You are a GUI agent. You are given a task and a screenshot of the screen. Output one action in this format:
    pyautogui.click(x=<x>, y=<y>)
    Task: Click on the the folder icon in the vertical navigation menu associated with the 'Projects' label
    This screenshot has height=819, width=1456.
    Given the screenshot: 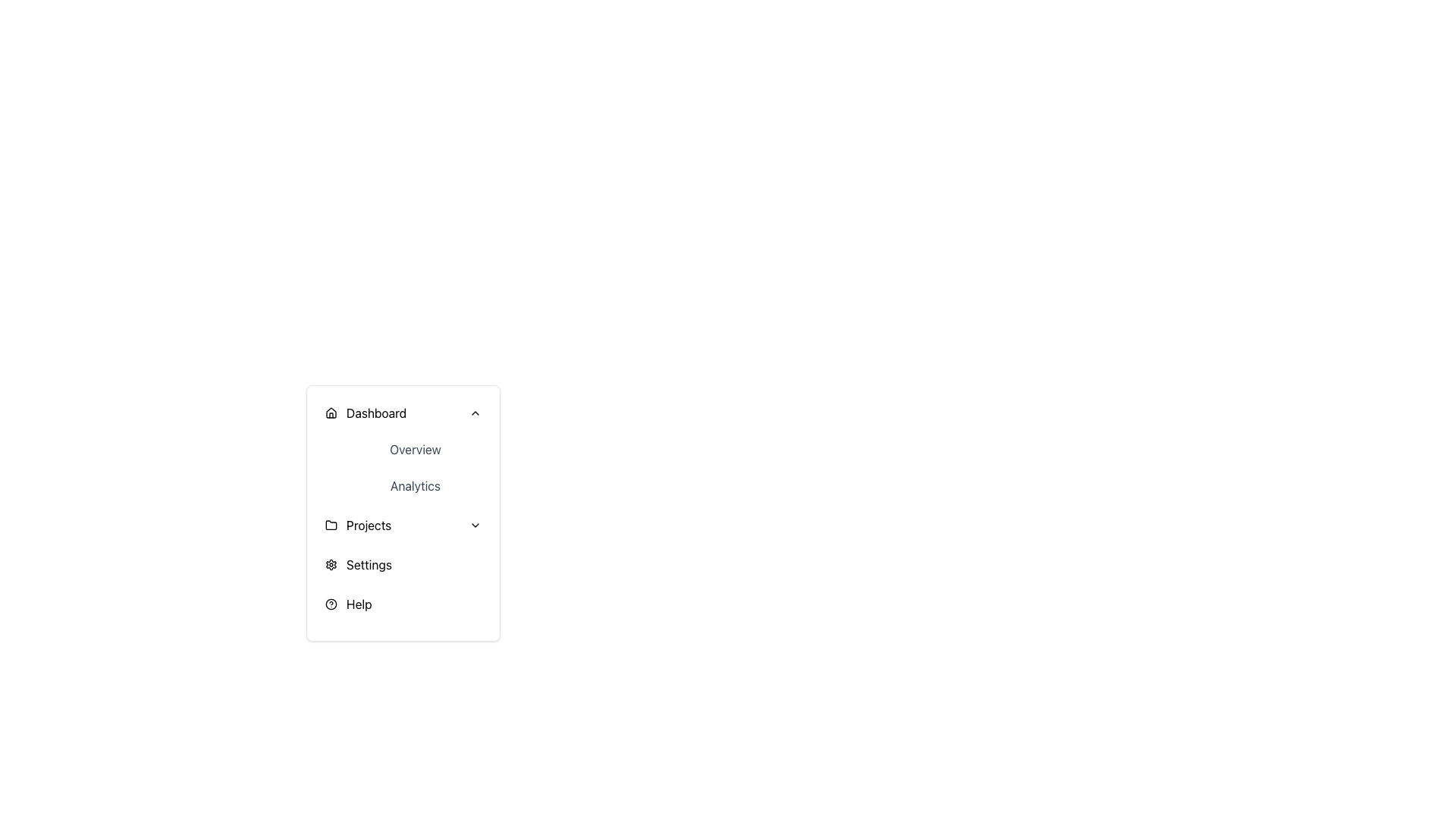 What is the action you would take?
    pyautogui.click(x=330, y=523)
    